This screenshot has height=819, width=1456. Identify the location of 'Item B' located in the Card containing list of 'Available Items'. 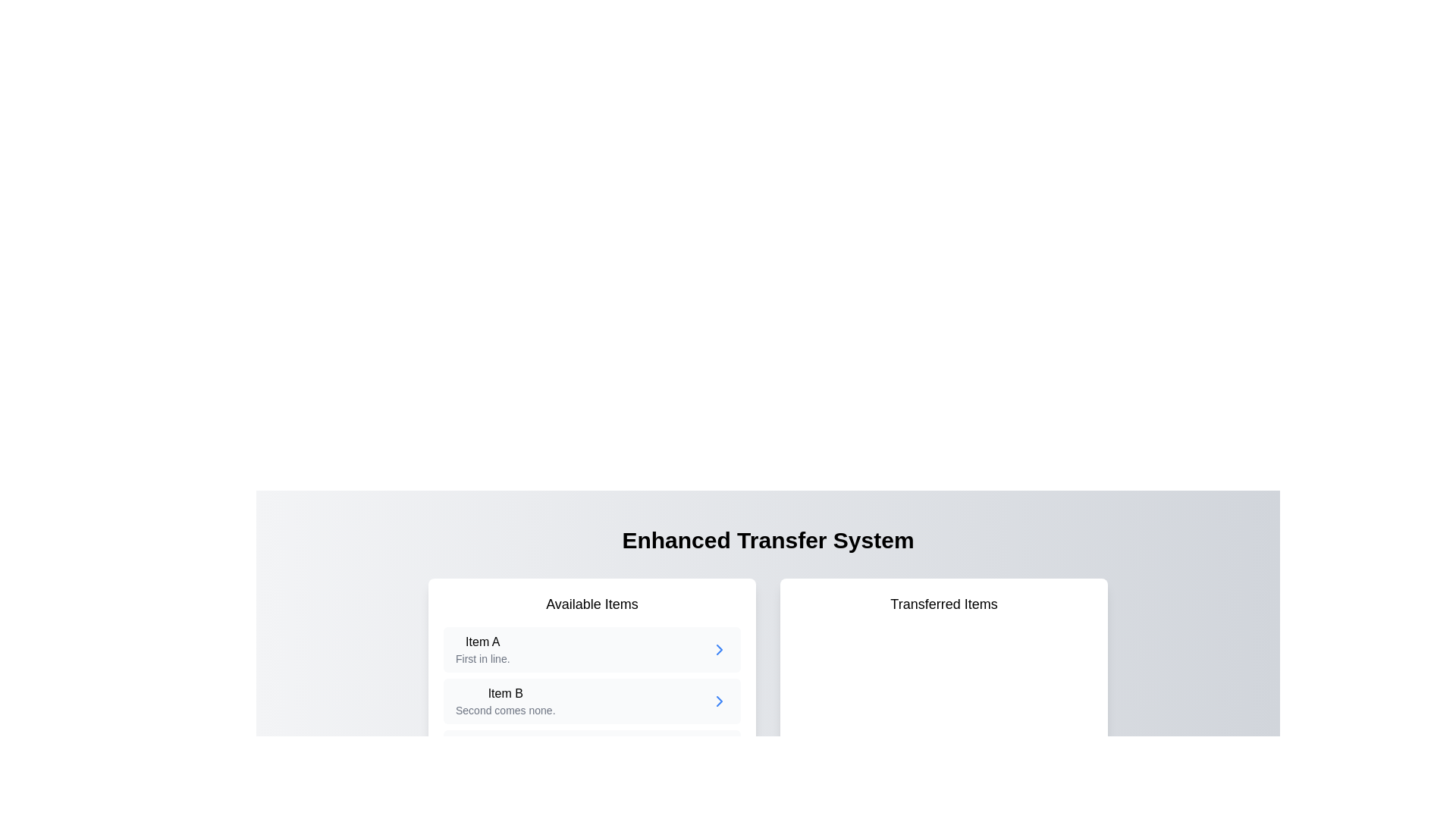
(591, 684).